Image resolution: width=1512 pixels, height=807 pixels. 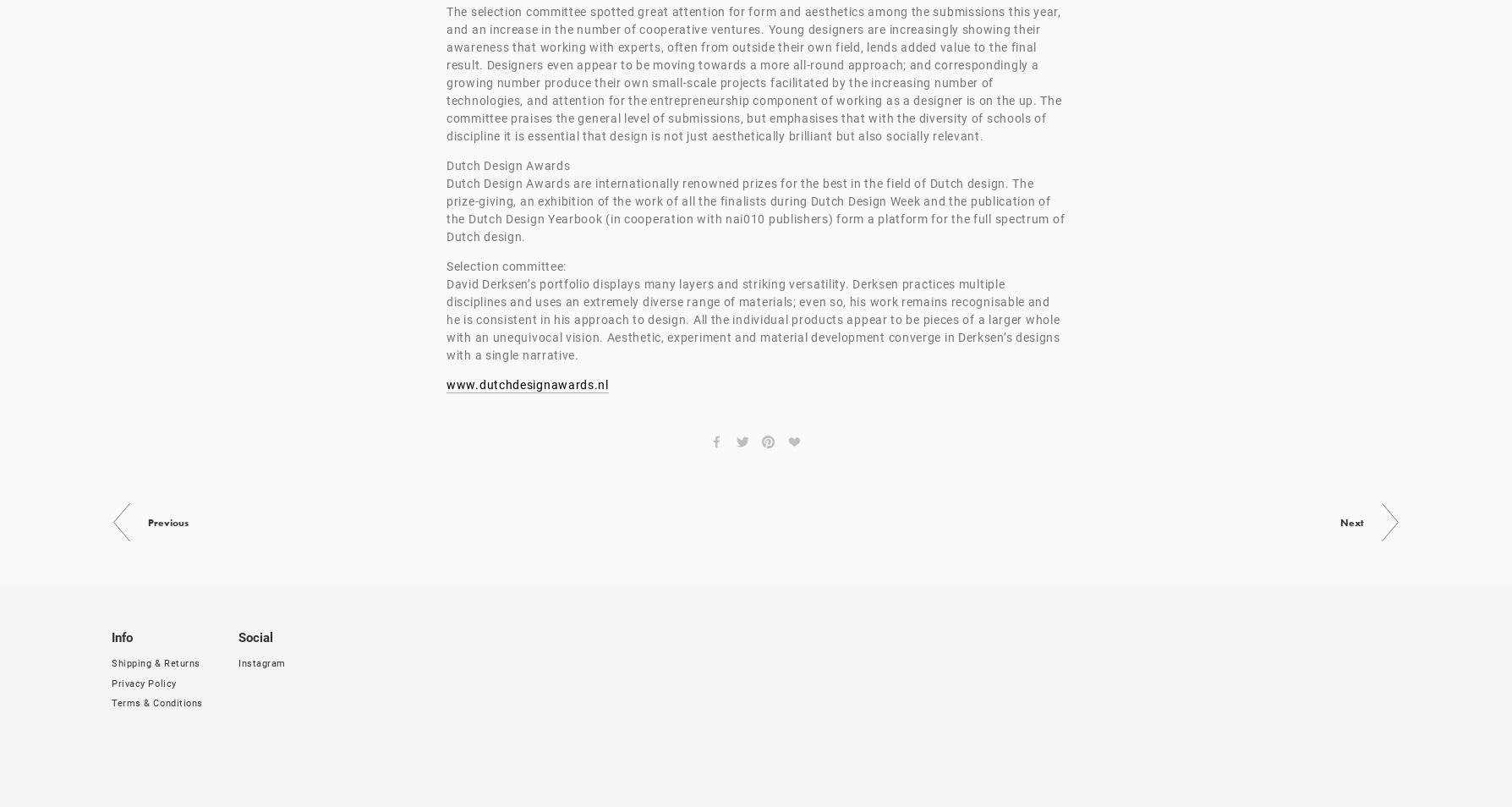 What do you see at coordinates (506, 266) in the screenshot?
I see `'Selection committee:'` at bounding box center [506, 266].